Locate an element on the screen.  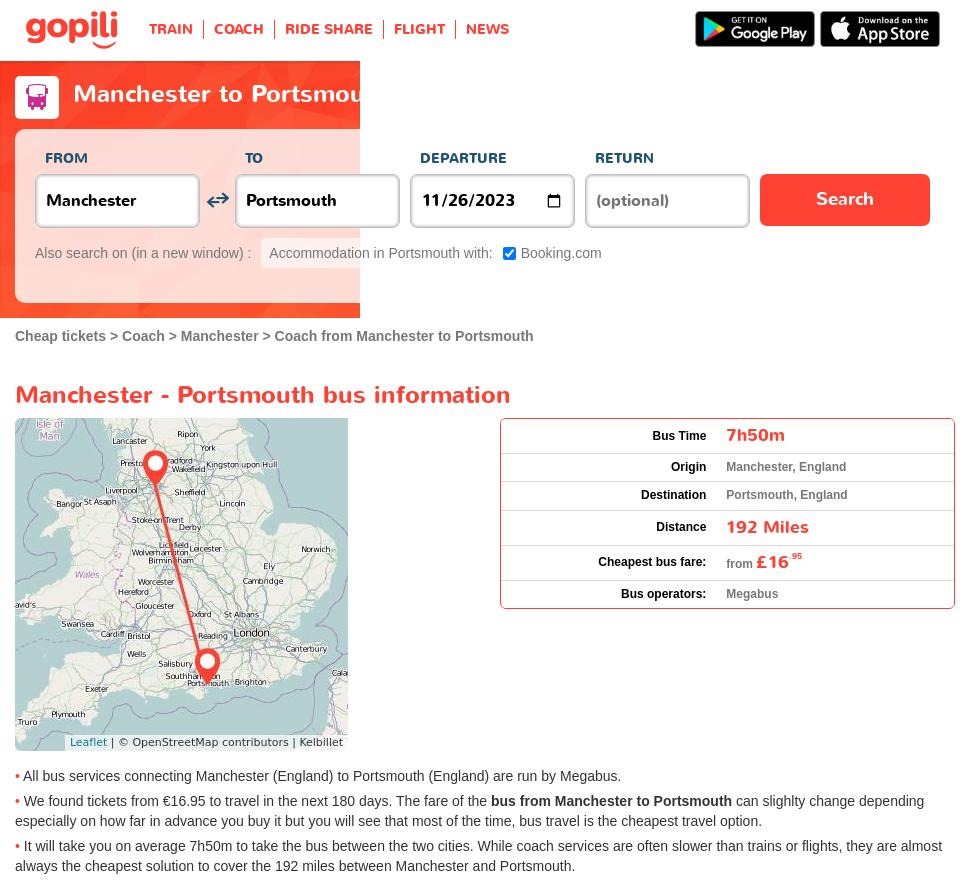
'RIDE SHARE' is located at coordinates (283, 29).